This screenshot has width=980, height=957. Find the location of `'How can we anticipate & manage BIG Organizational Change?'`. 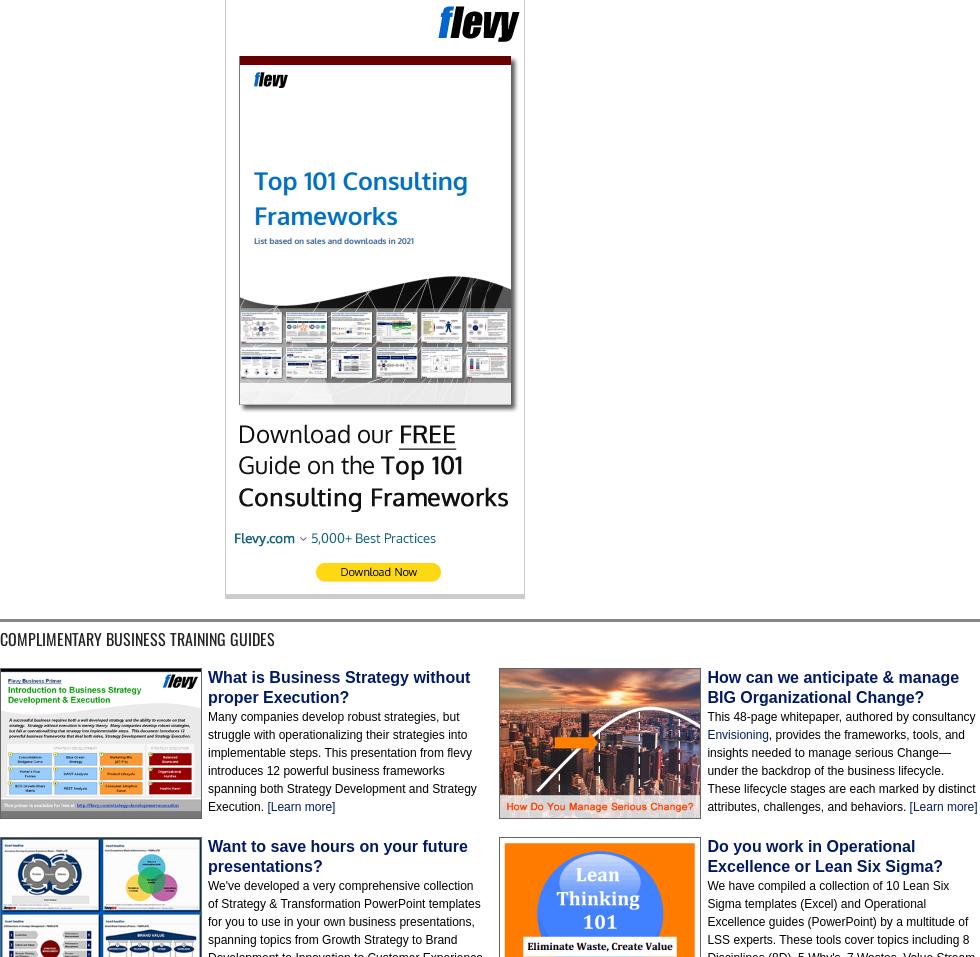

'How can we anticipate & manage BIG Organizational Change?' is located at coordinates (706, 687).